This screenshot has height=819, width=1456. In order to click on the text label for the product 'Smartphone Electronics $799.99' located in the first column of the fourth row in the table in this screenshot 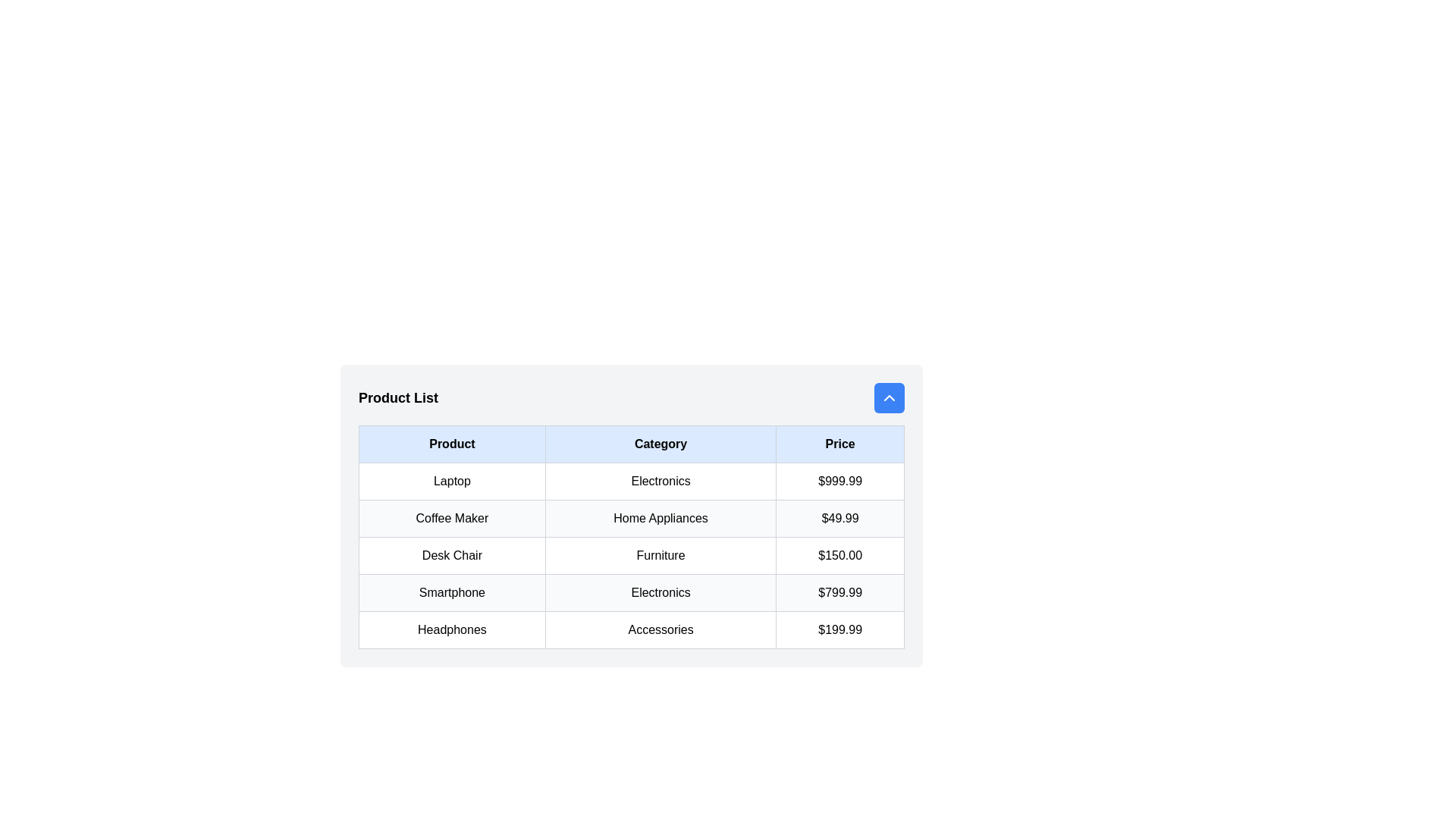, I will do `click(451, 592)`.